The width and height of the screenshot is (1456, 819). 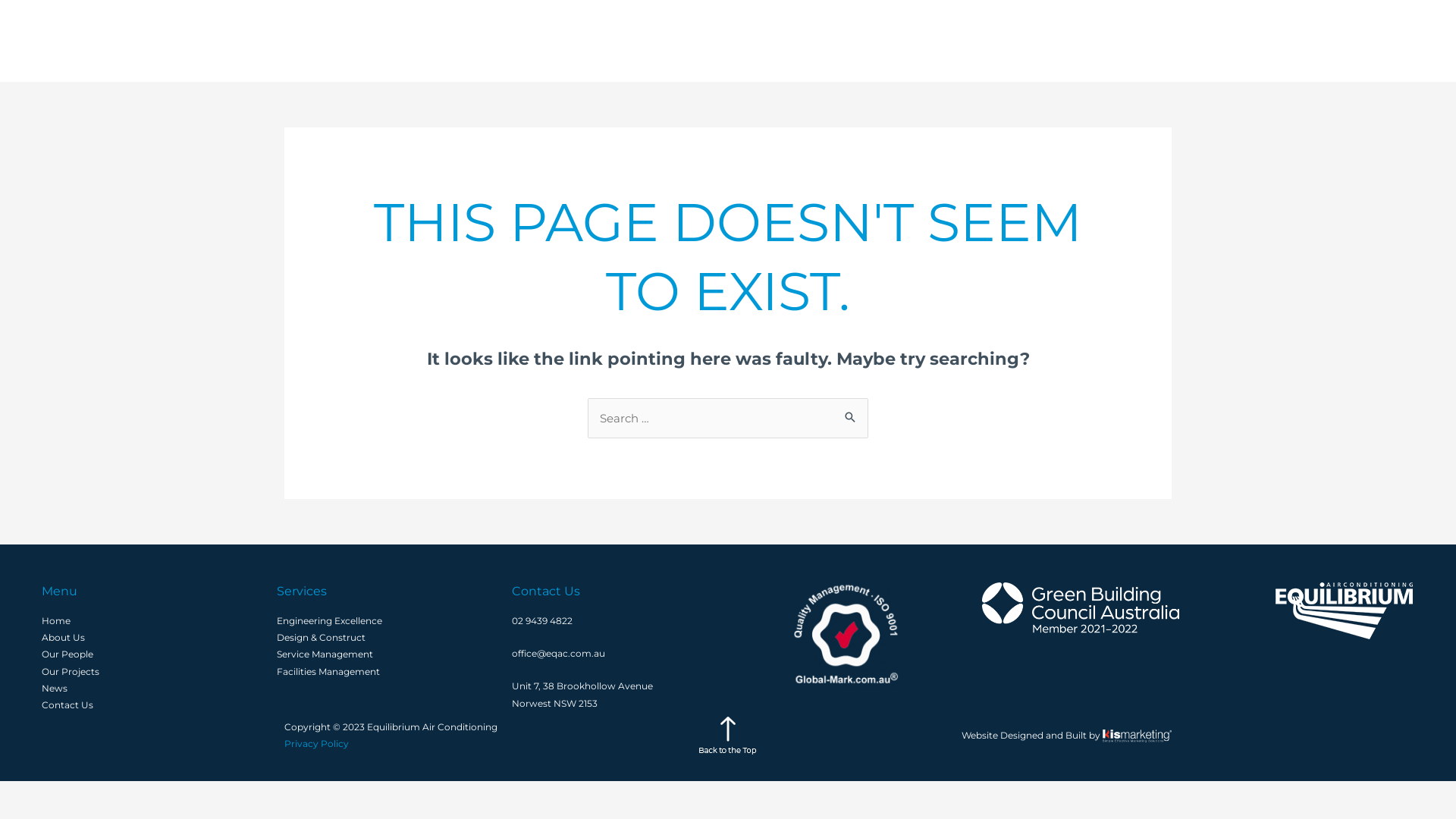 I want to click on 'Our People', so click(x=1122, y=40).